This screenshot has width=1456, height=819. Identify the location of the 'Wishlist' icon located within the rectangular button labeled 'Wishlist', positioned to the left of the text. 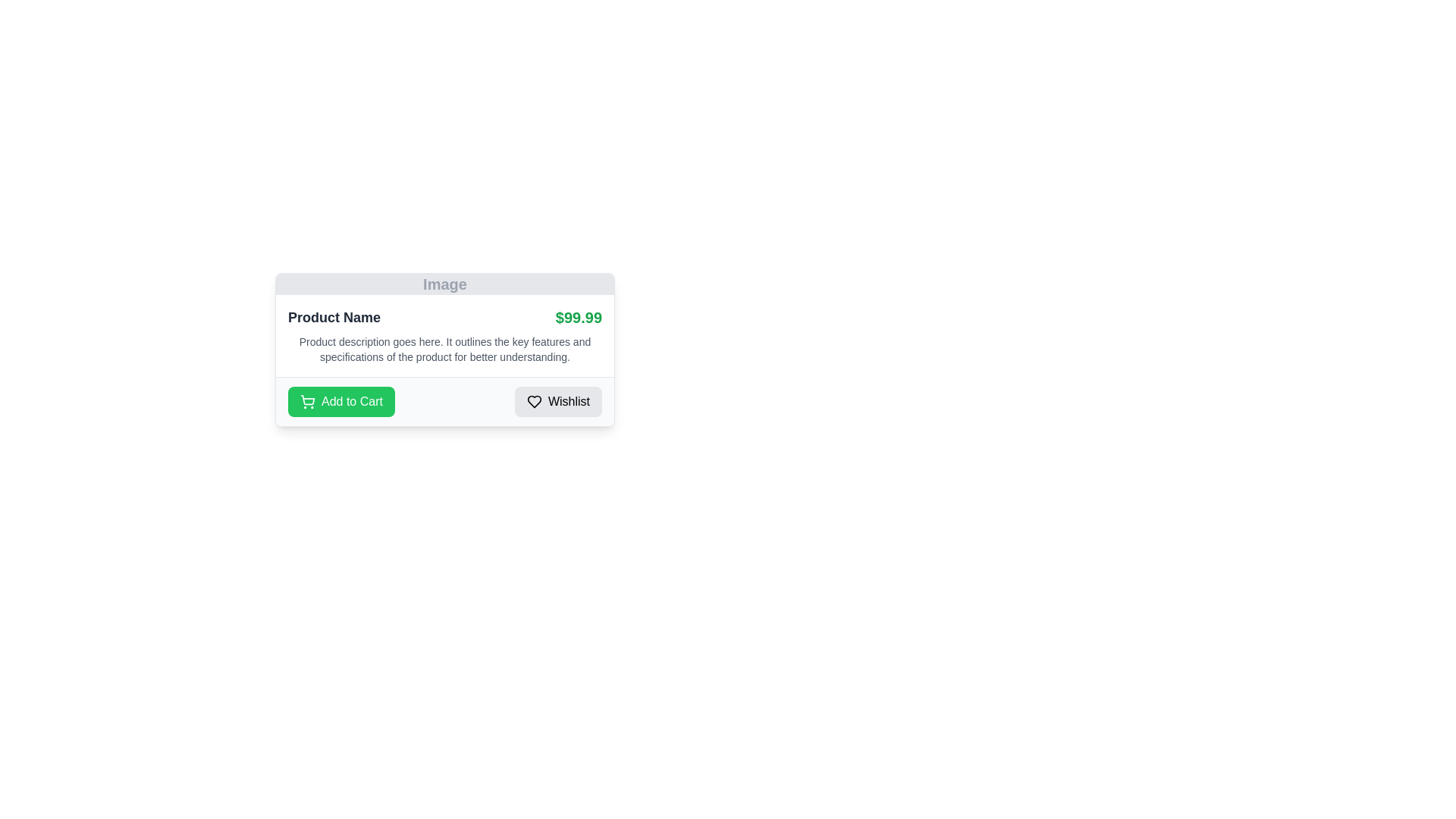
(534, 400).